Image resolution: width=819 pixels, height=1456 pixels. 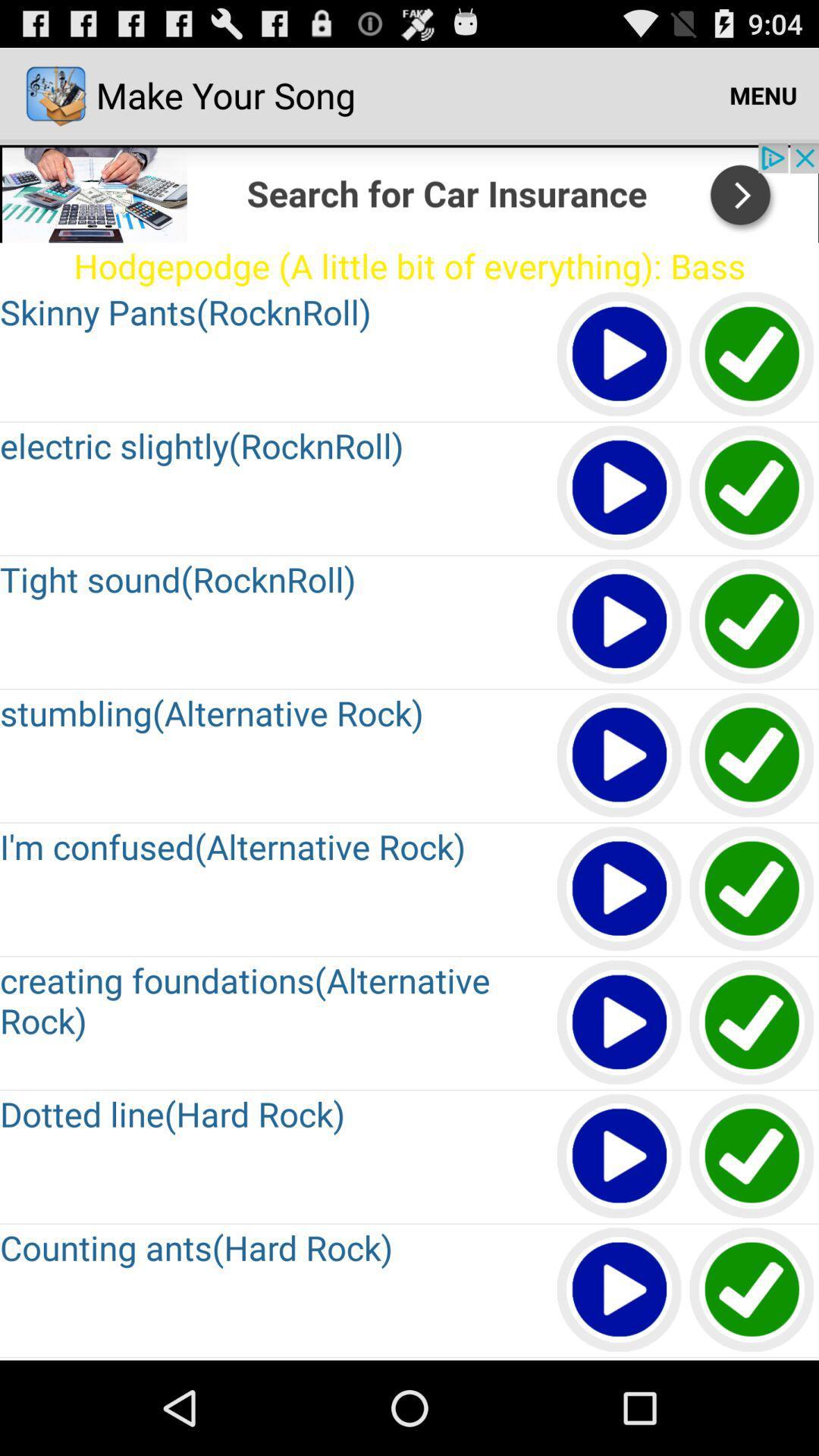 What do you see at coordinates (620, 488) in the screenshot?
I see `song` at bounding box center [620, 488].